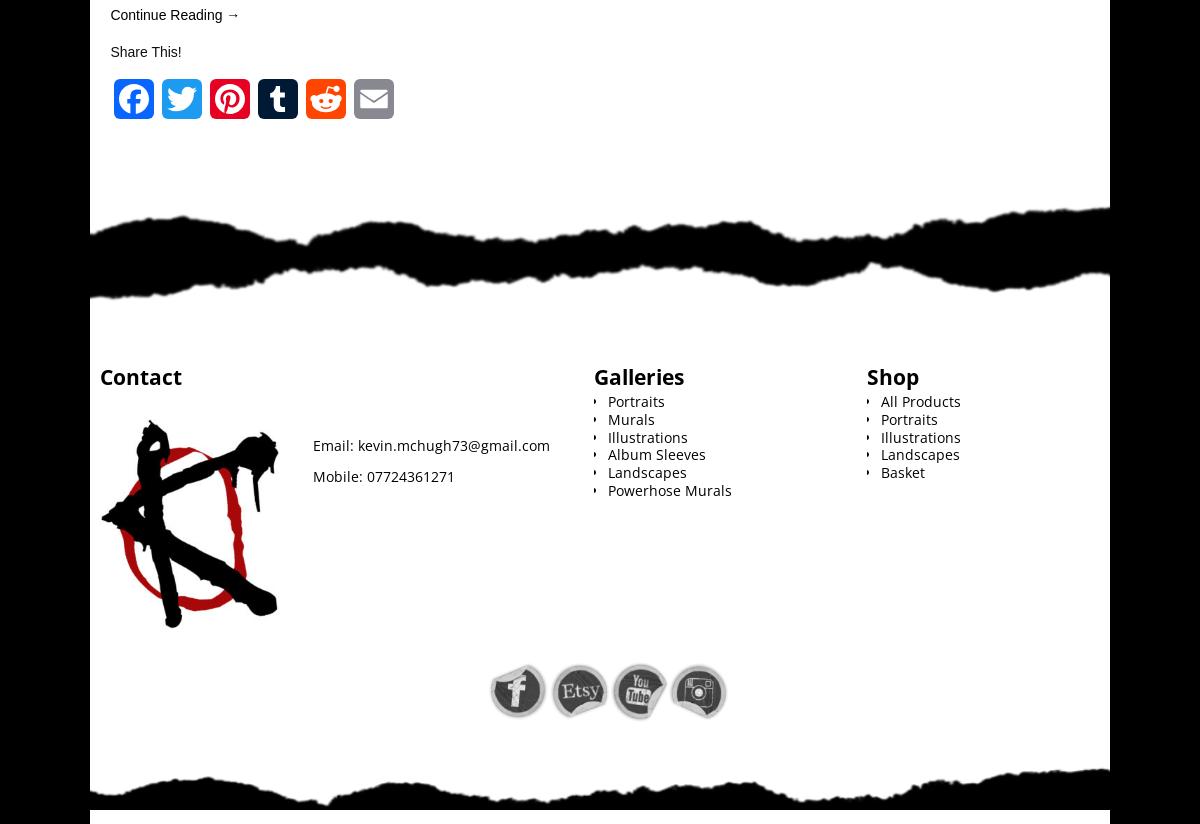 The image size is (1200, 824). Describe the element at coordinates (631, 417) in the screenshot. I see `'Murals'` at that location.